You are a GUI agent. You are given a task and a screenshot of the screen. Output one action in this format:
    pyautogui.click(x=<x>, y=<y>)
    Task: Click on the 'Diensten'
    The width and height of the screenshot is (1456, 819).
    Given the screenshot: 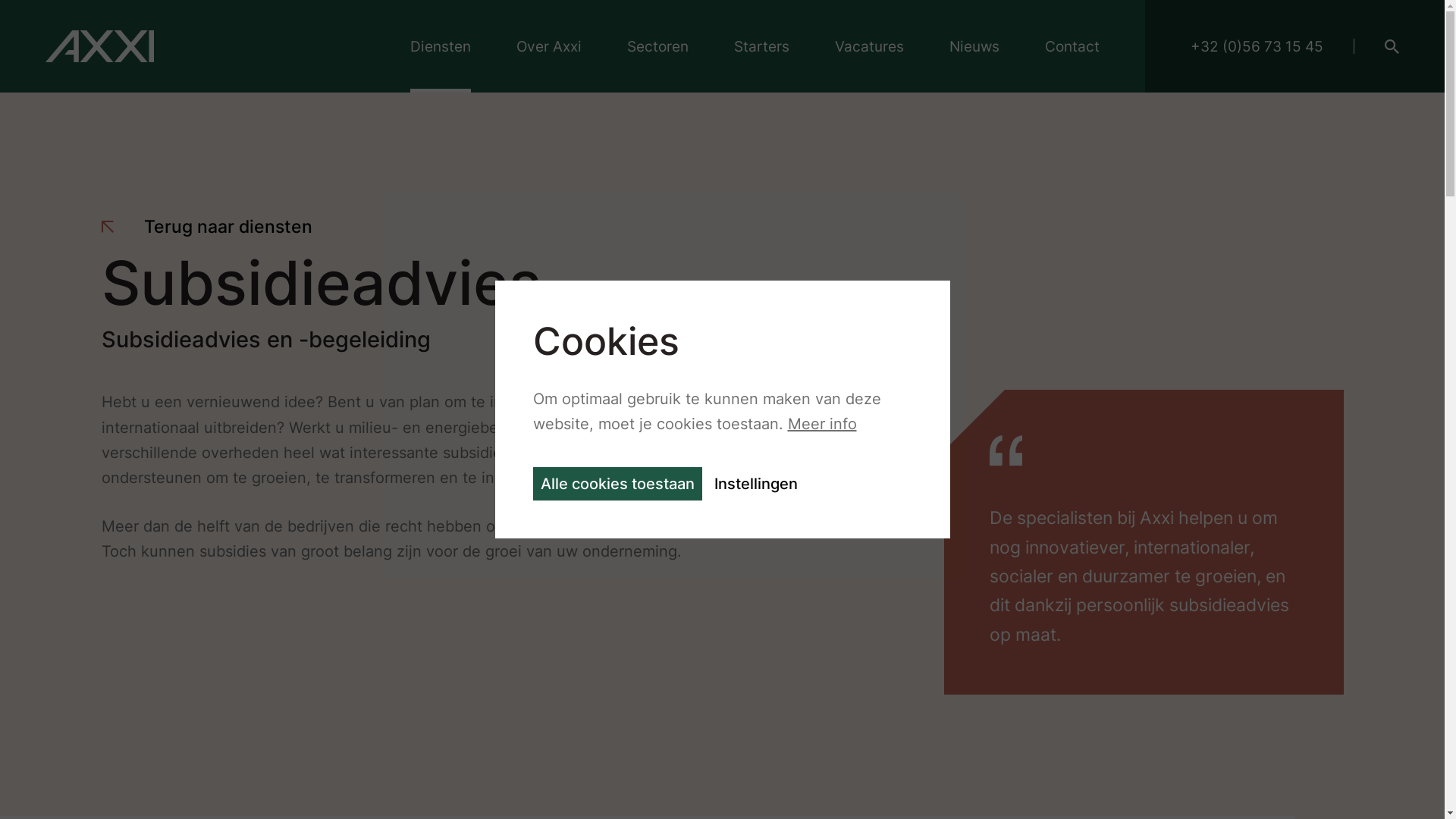 What is the action you would take?
    pyautogui.click(x=439, y=45)
    